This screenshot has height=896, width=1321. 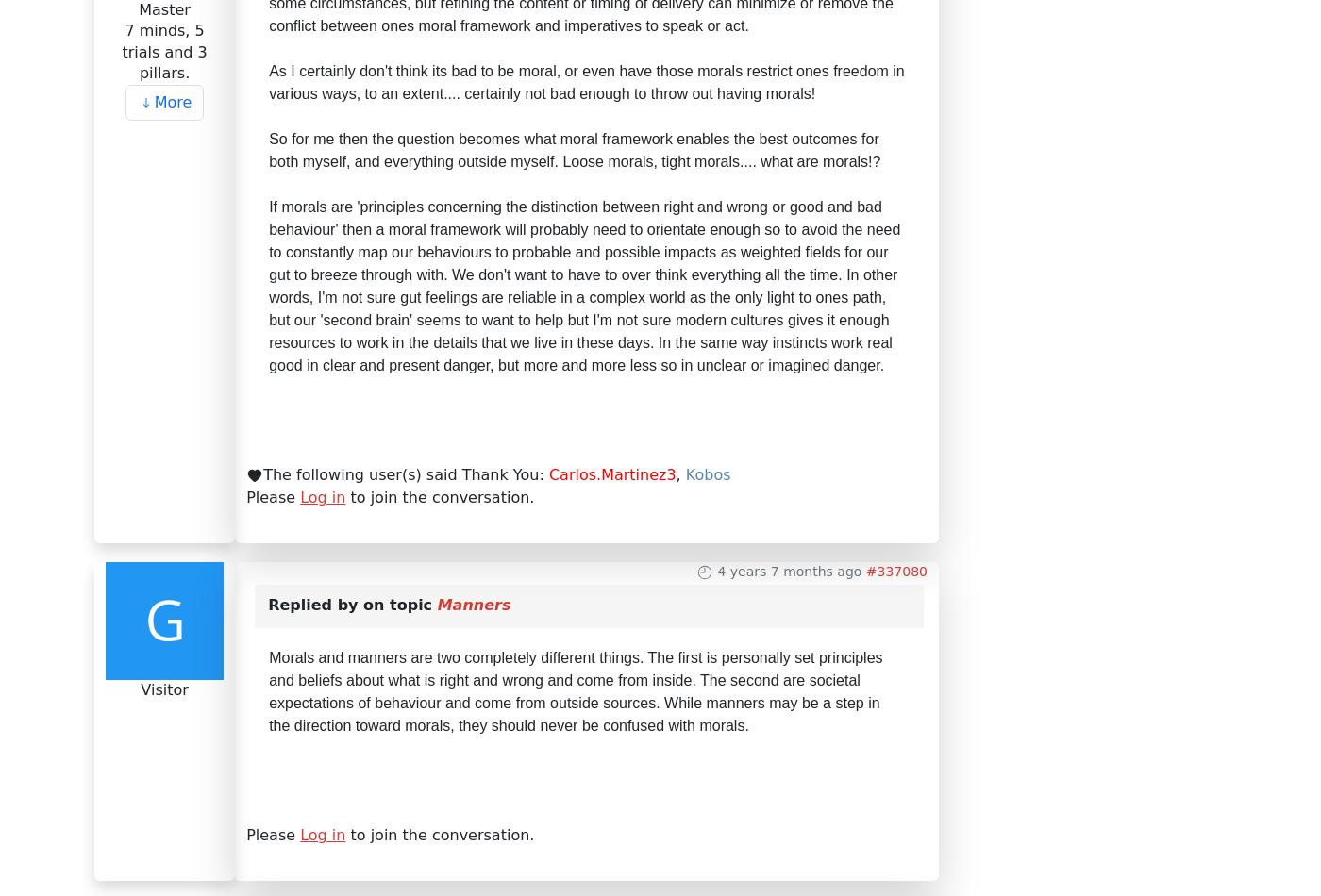 I want to click on 'Copyright © 2023 Temple of the Jedi Order.', so click(x=355, y=520).